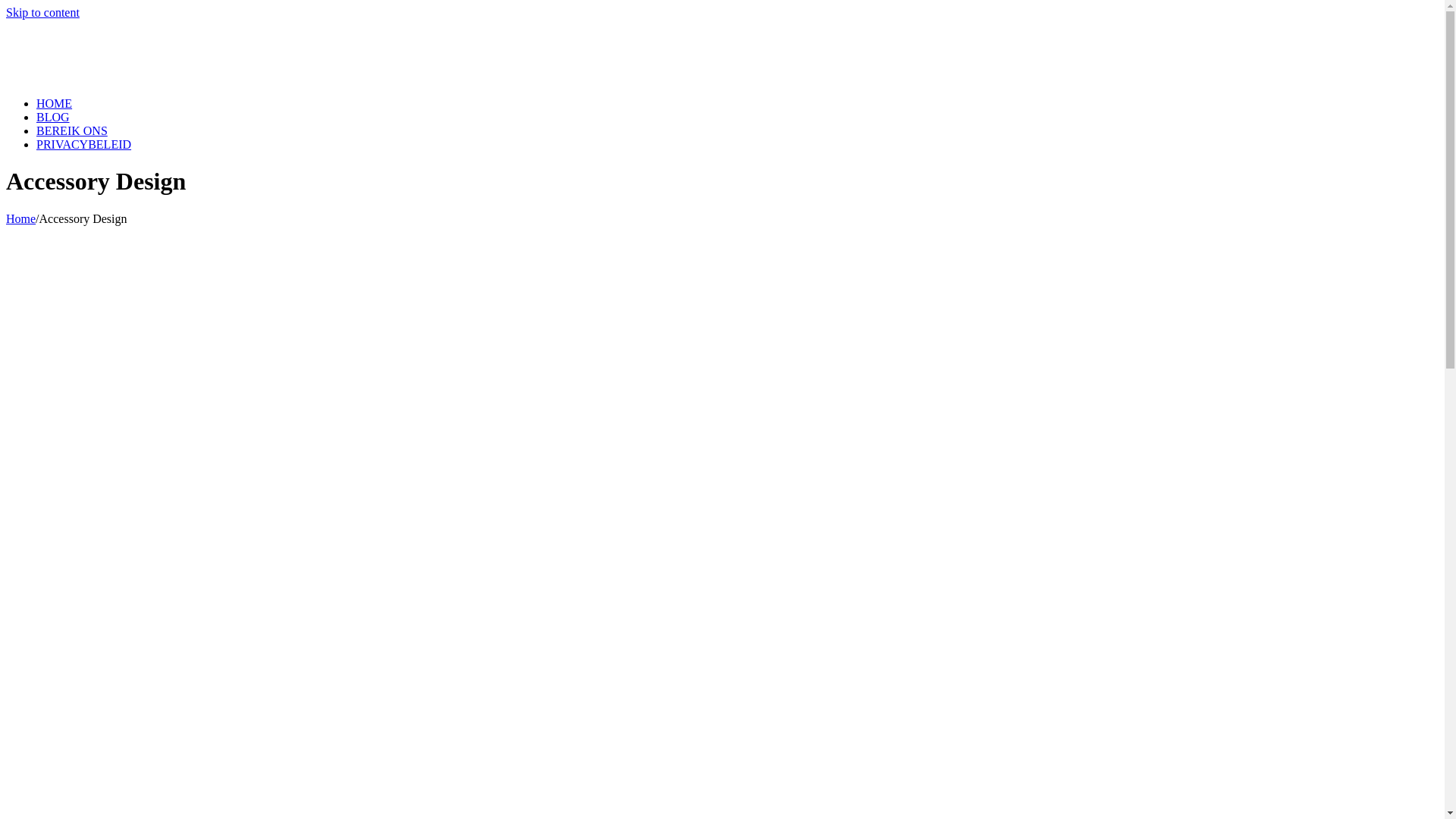  I want to click on 'Skip to content', so click(6, 12).